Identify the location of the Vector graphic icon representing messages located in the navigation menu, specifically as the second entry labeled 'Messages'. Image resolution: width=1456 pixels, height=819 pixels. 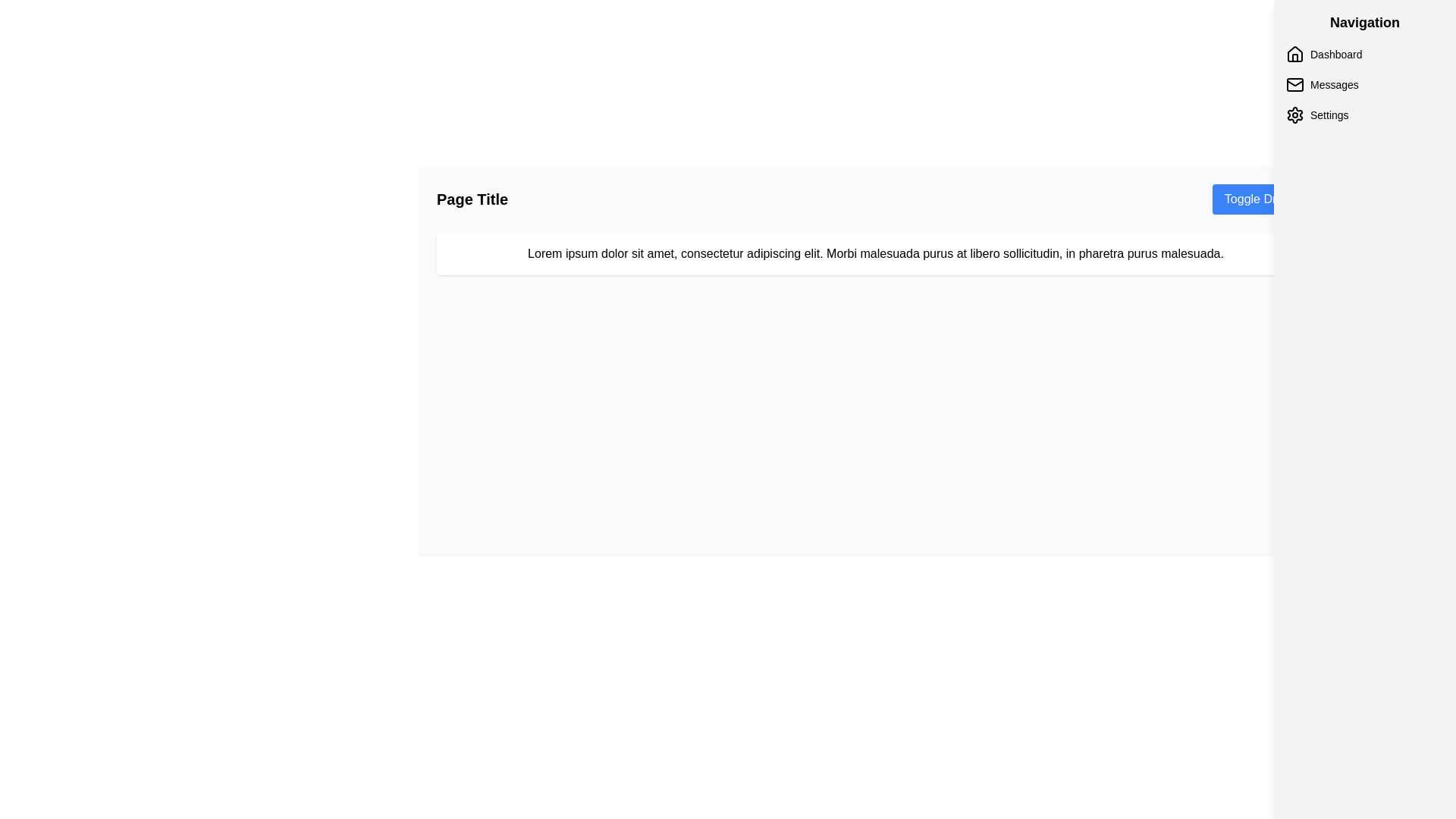
(1294, 84).